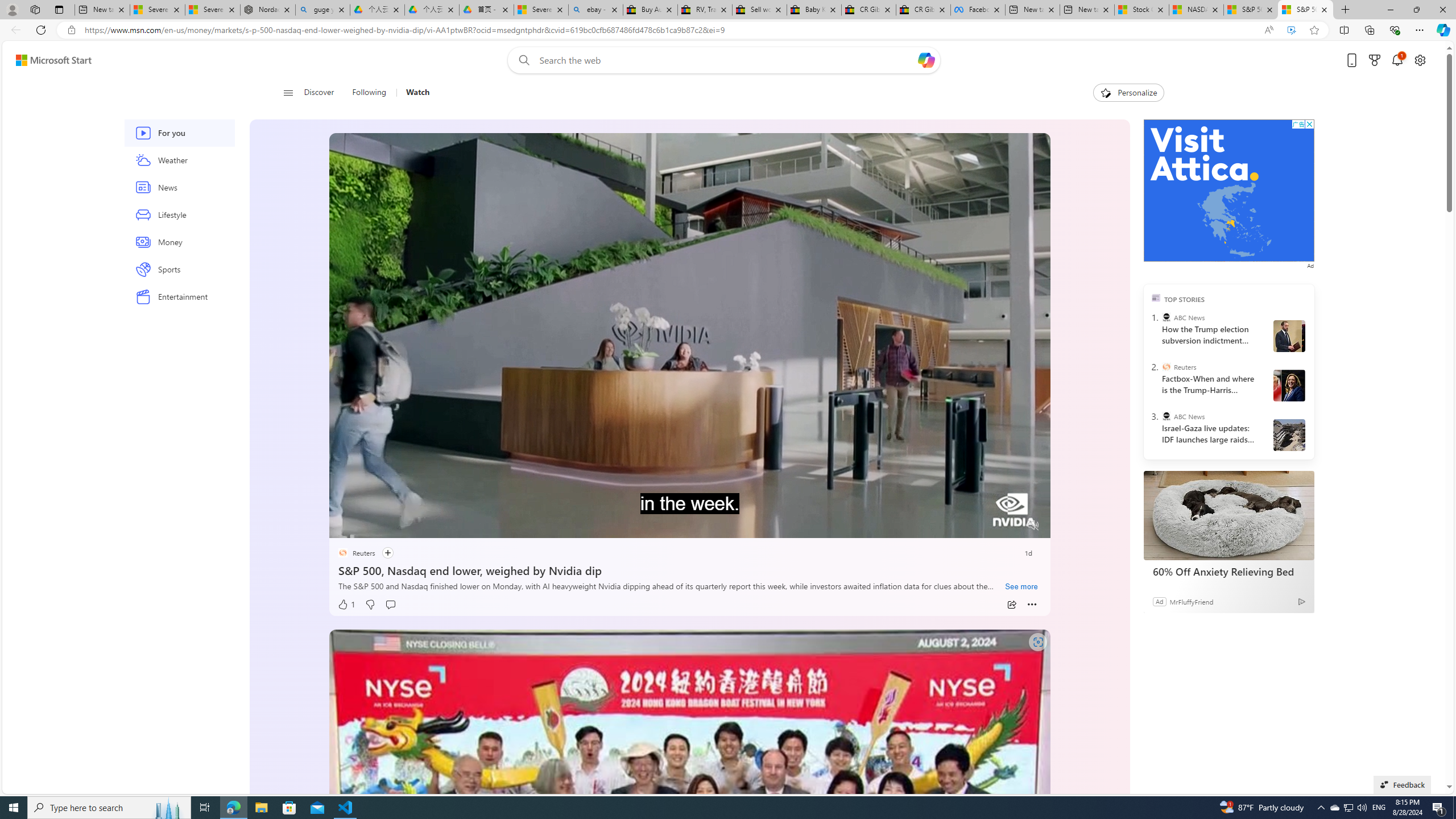 The height and width of the screenshot is (819, 1456). Describe the element at coordinates (705, 9) in the screenshot. I see `'RV, Trailer & Camper Steps & Ladders for sale | eBay'` at that location.